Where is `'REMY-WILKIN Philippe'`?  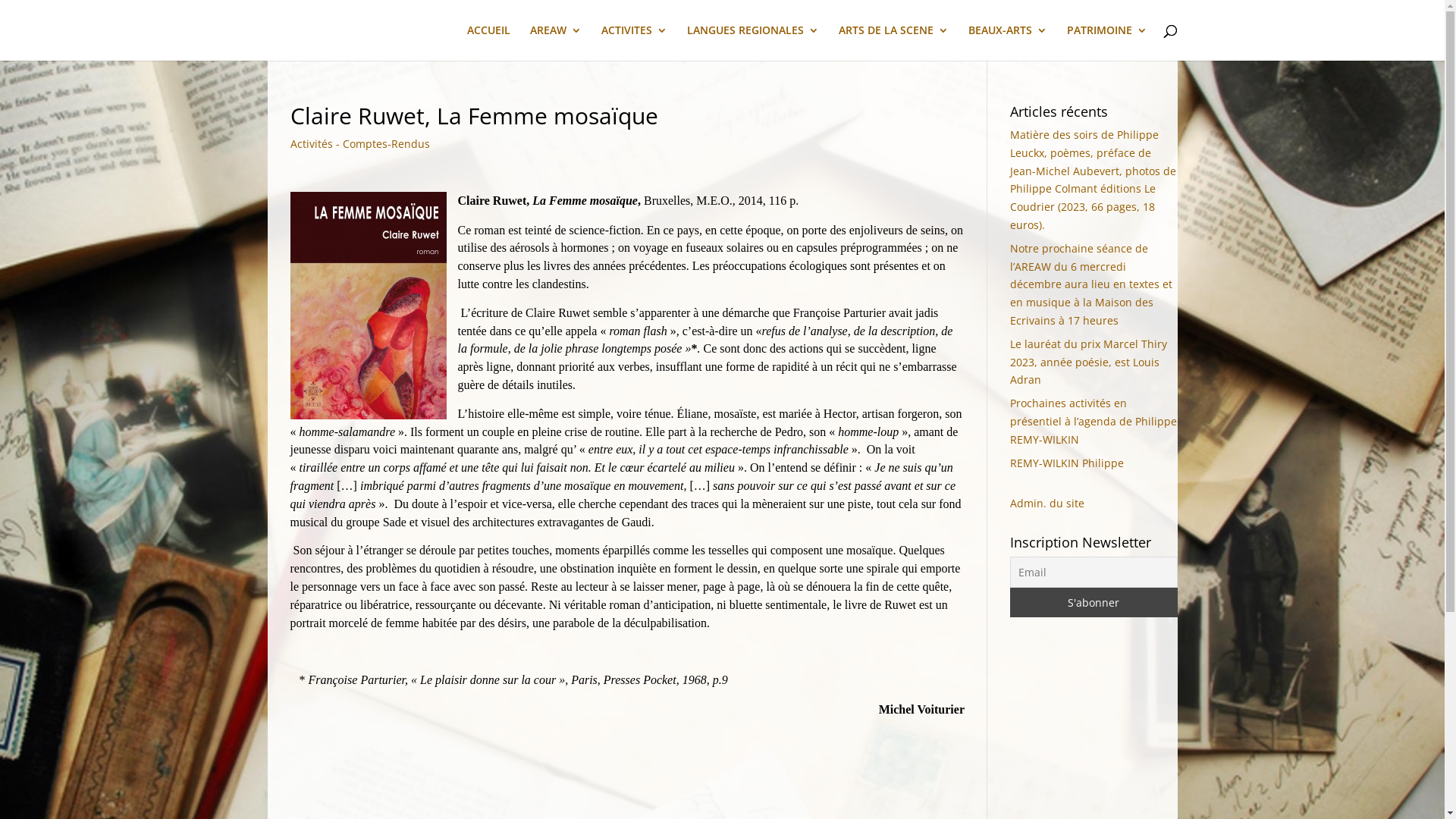 'REMY-WILKIN Philippe' is located at coordinates (1009, 462).